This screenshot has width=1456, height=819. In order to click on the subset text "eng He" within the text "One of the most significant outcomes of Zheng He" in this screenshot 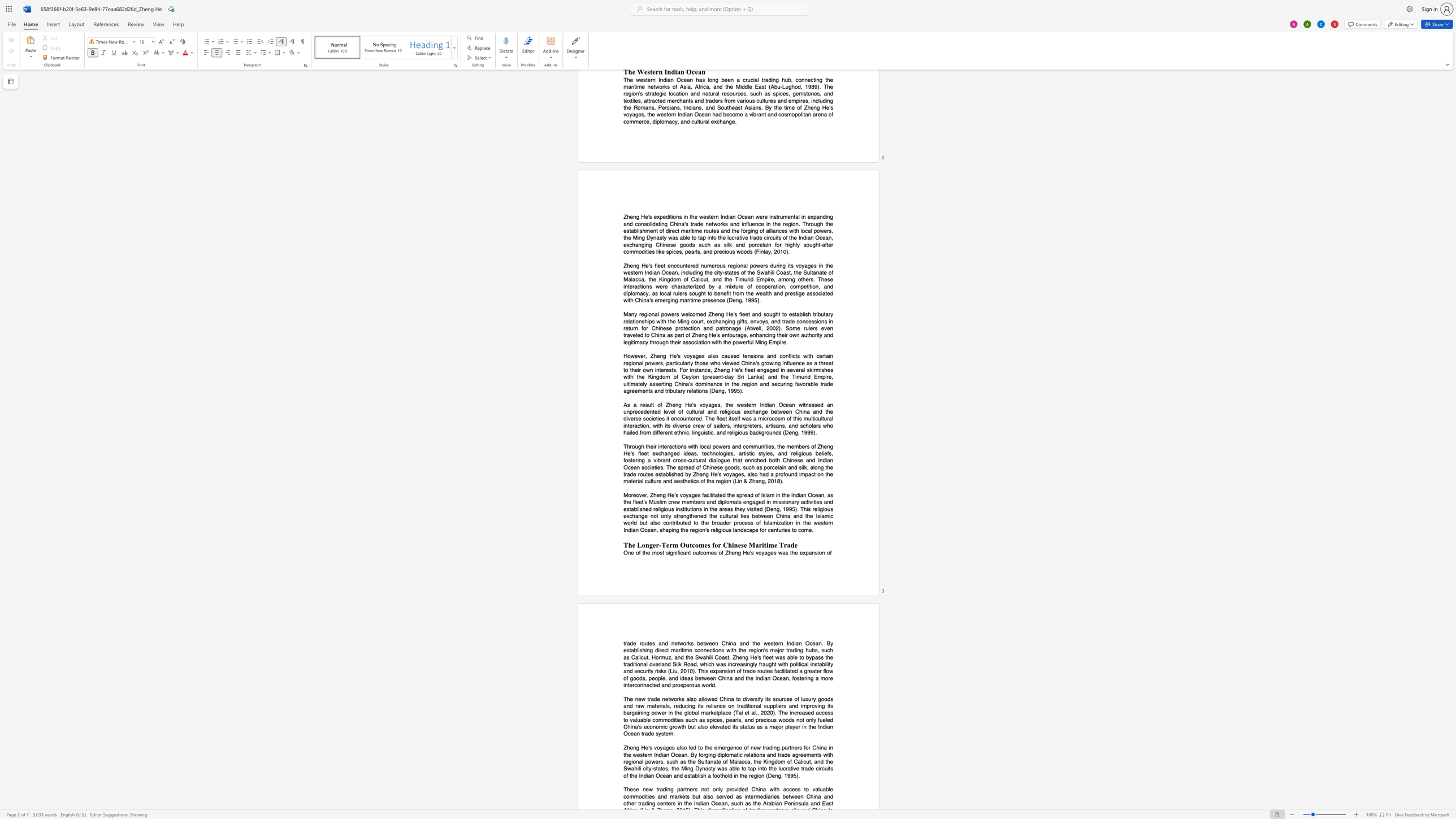, I will do `click(731, 553)`.